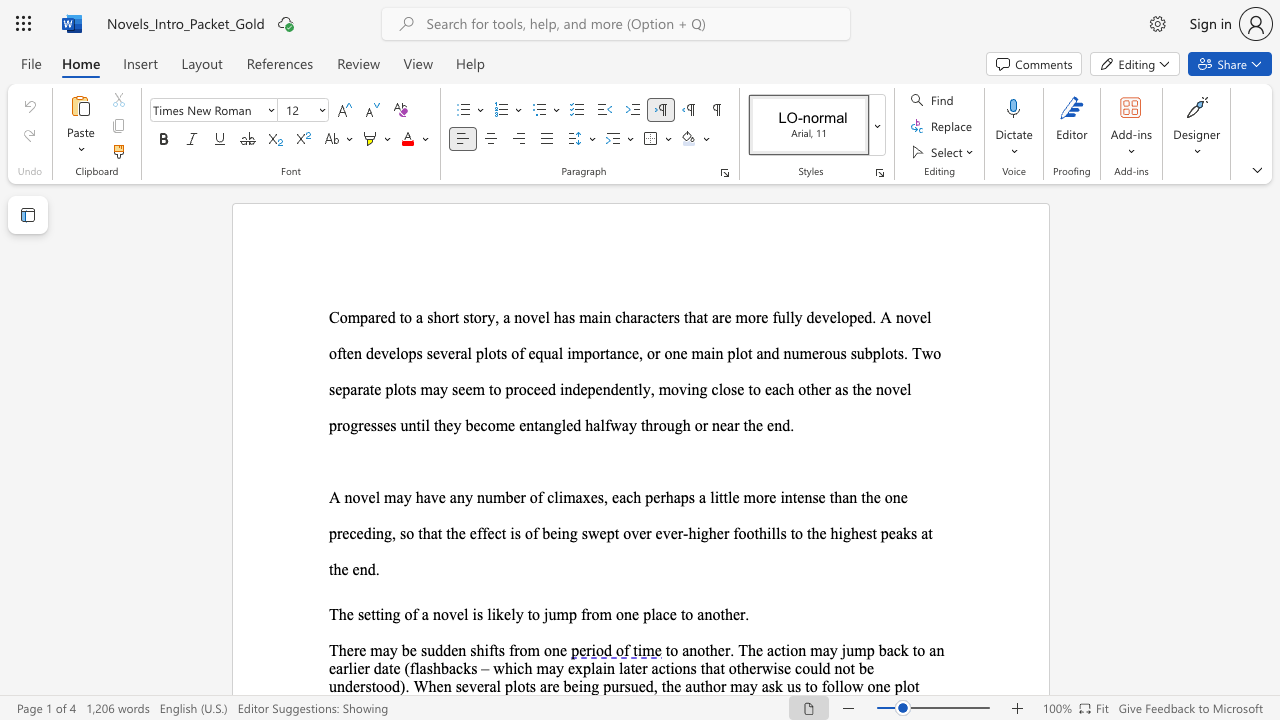 This screenshot has width=1280, height=720. I want to click on the subset text "nother." within the text "The setting of a novel is likely to jump from one place to another.", so click(704, 613).